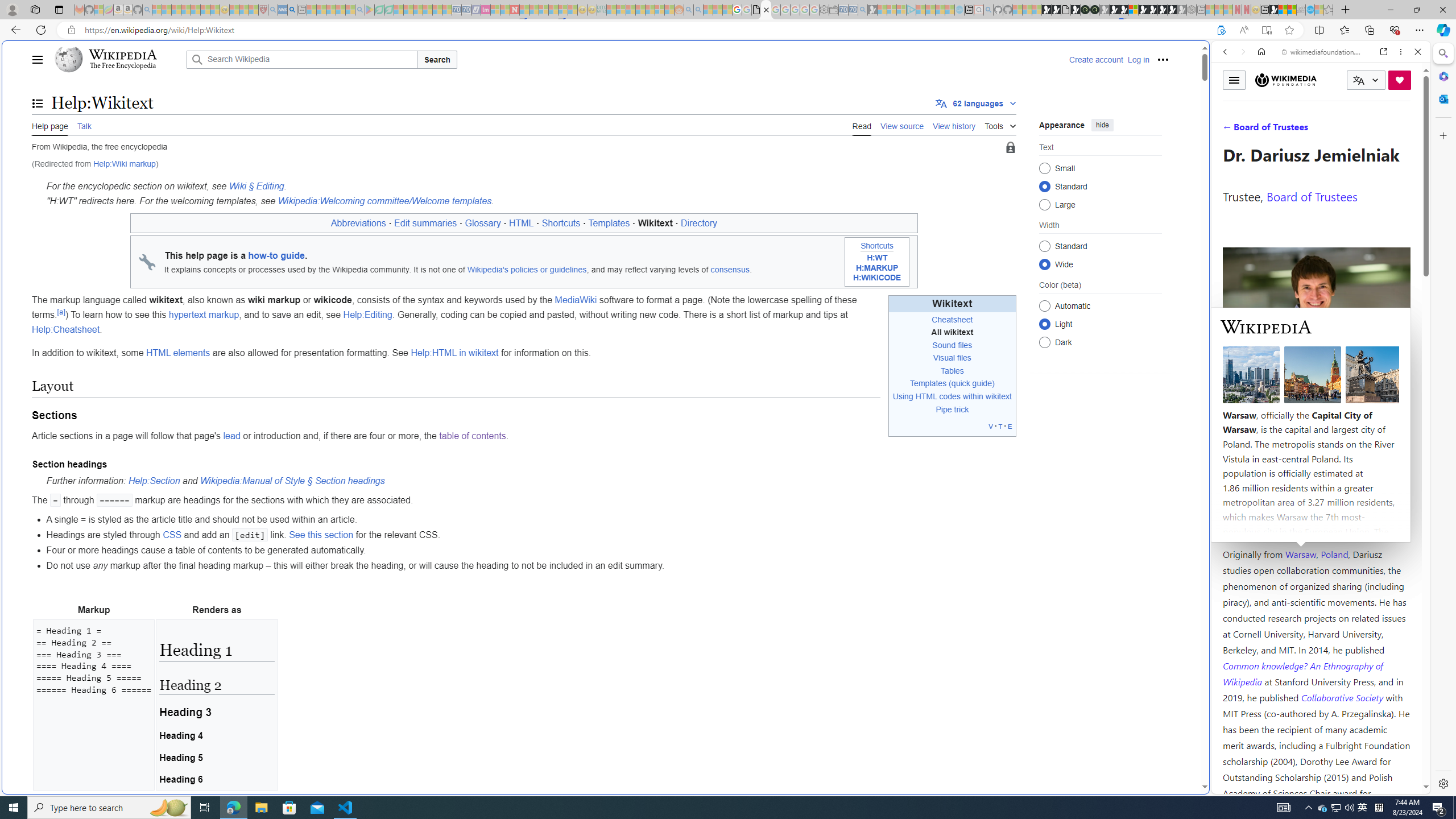 The image size is (1456, 819). I want to click on 'Class: i icon icon-translate language-switcher__icon', so click(1358, 80).